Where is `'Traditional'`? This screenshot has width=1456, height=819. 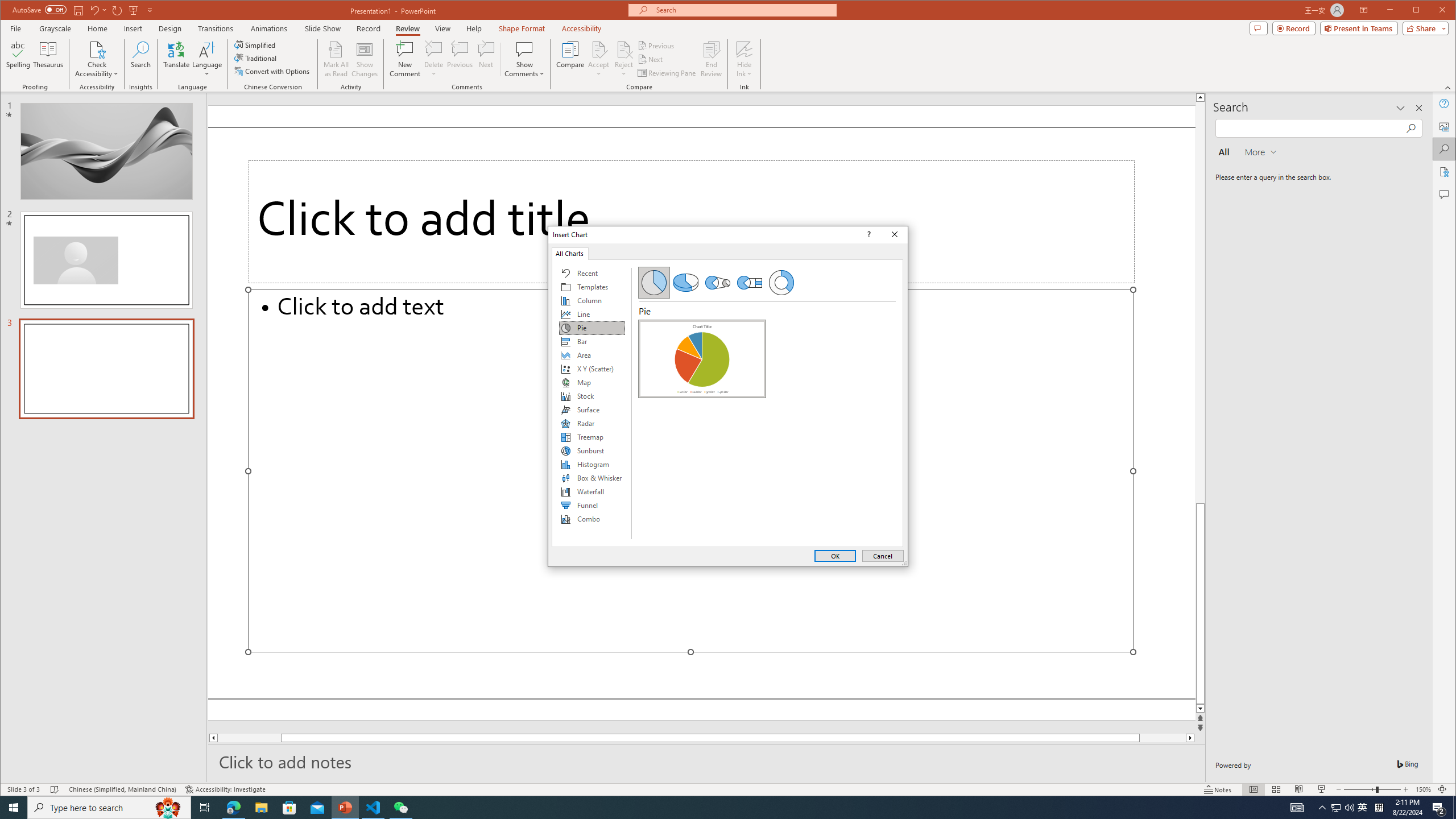
'Traditional' is located at coordinates (257, 58).